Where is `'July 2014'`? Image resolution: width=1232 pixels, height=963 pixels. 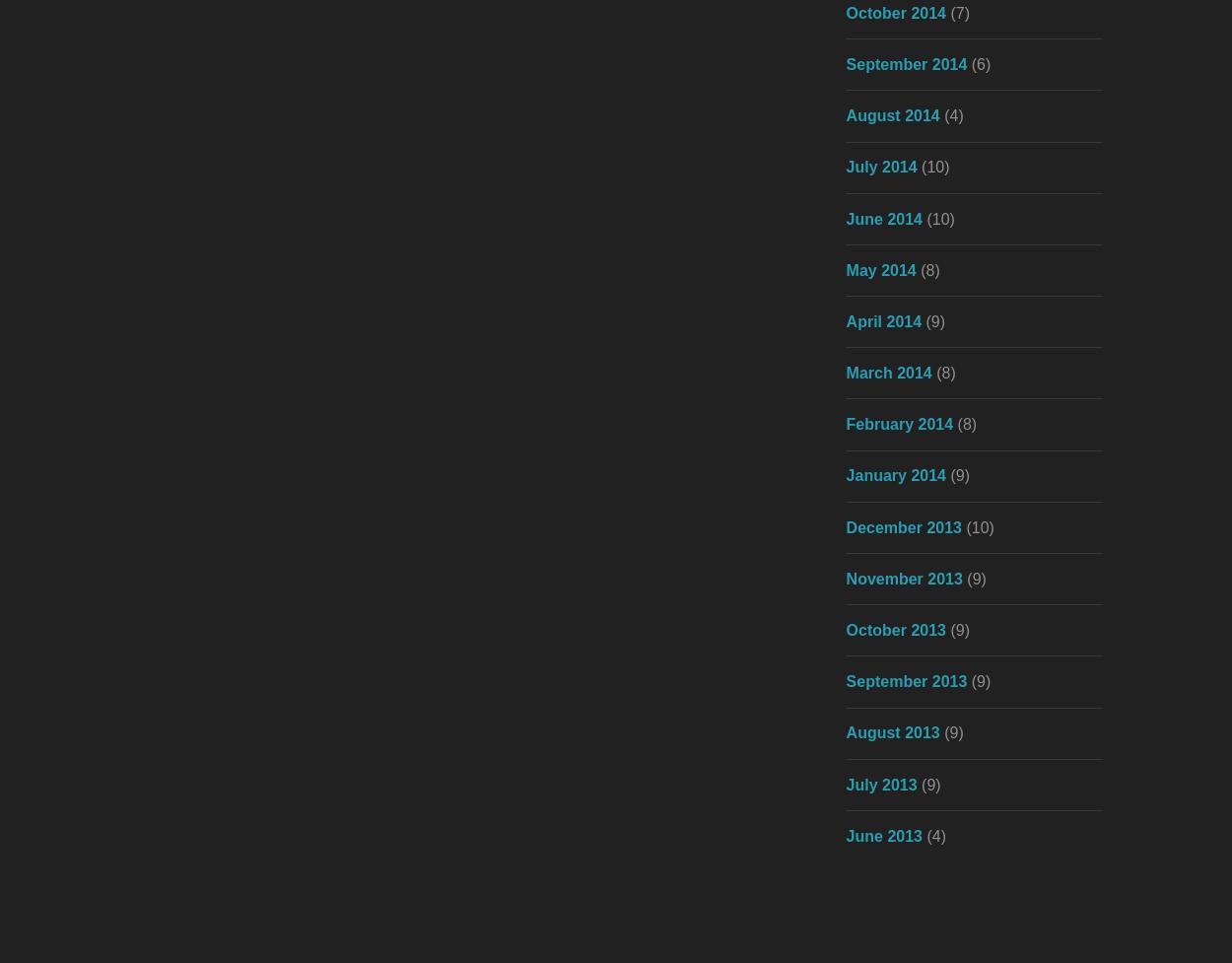
'July 2014' is located at coordinates (845, 166).